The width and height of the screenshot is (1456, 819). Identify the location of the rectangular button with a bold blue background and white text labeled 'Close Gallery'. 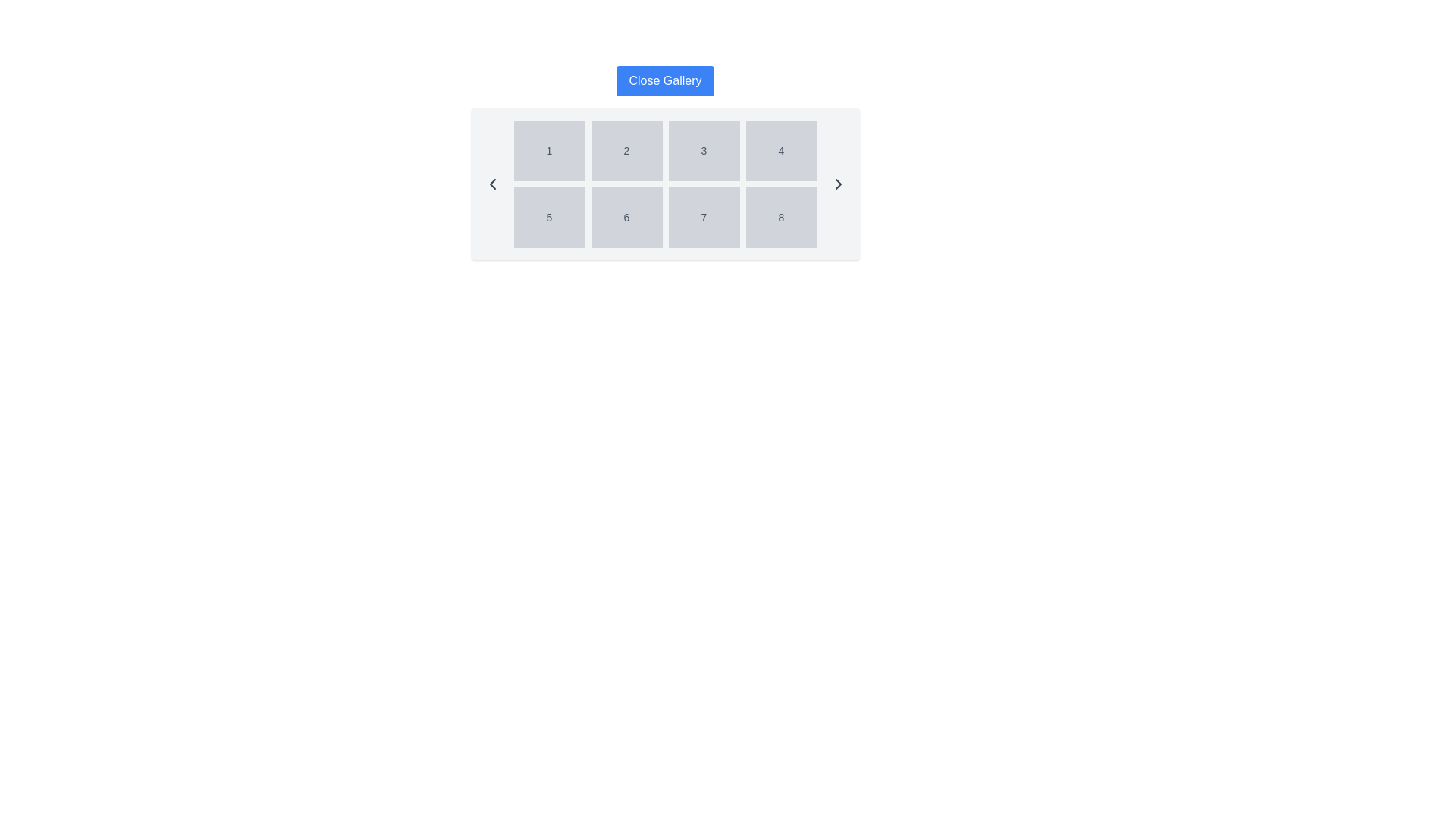
(665, 81).